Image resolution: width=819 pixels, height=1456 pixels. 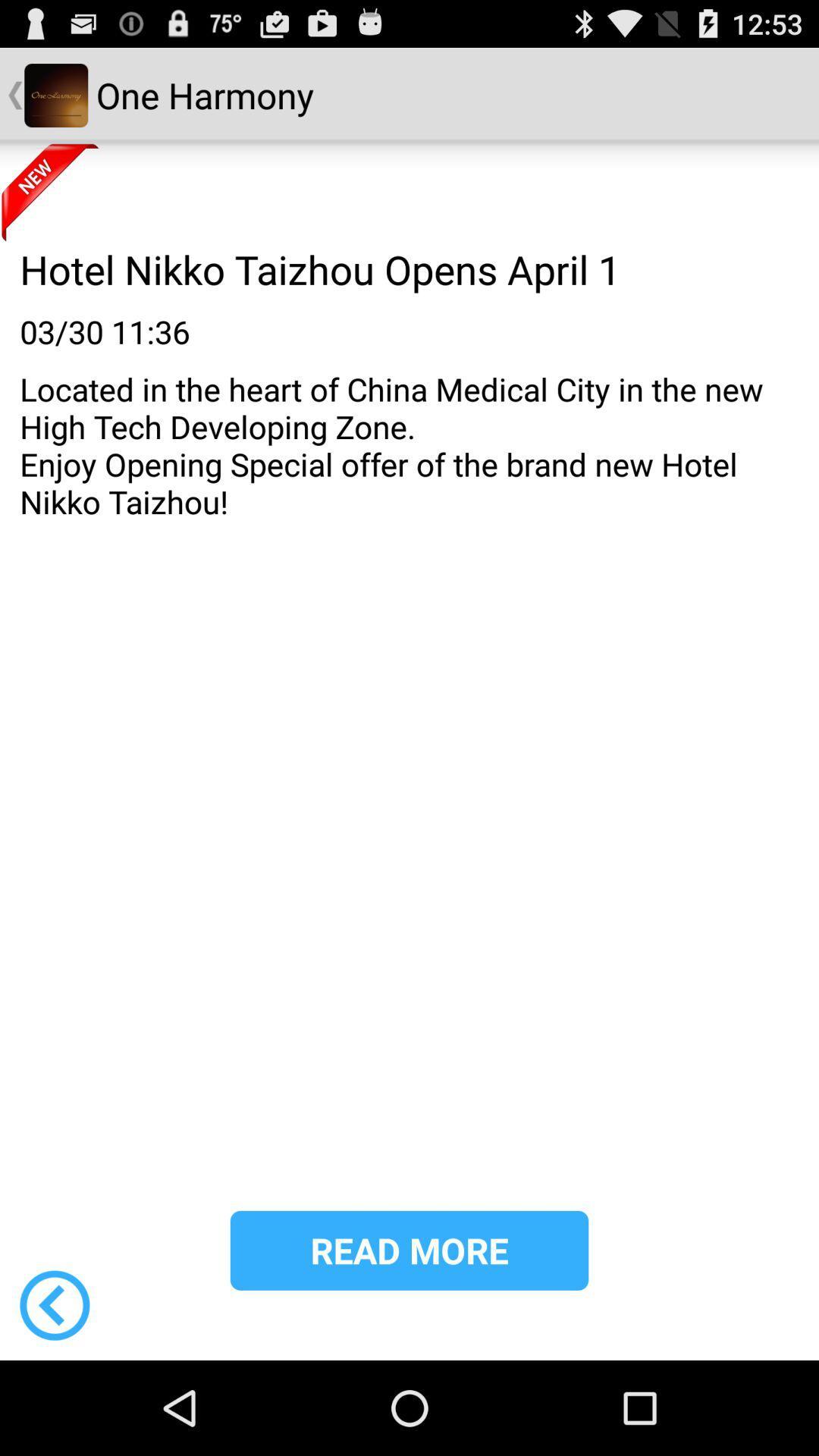 What do you see at coordinates (54, 1304) in the screenshot?
I see `back` at bounding box center [54, 1304].